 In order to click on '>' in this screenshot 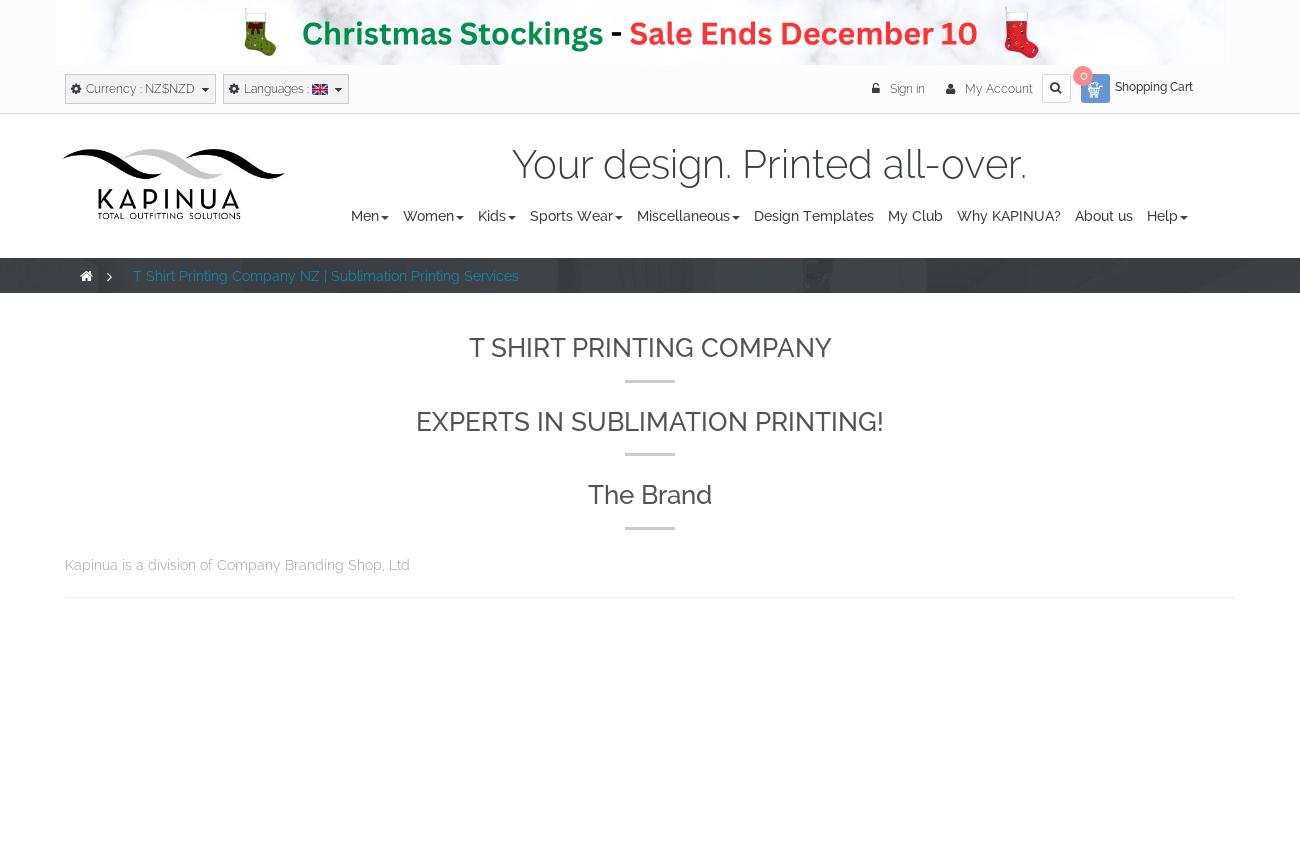, I will do `click(109, 275)`.